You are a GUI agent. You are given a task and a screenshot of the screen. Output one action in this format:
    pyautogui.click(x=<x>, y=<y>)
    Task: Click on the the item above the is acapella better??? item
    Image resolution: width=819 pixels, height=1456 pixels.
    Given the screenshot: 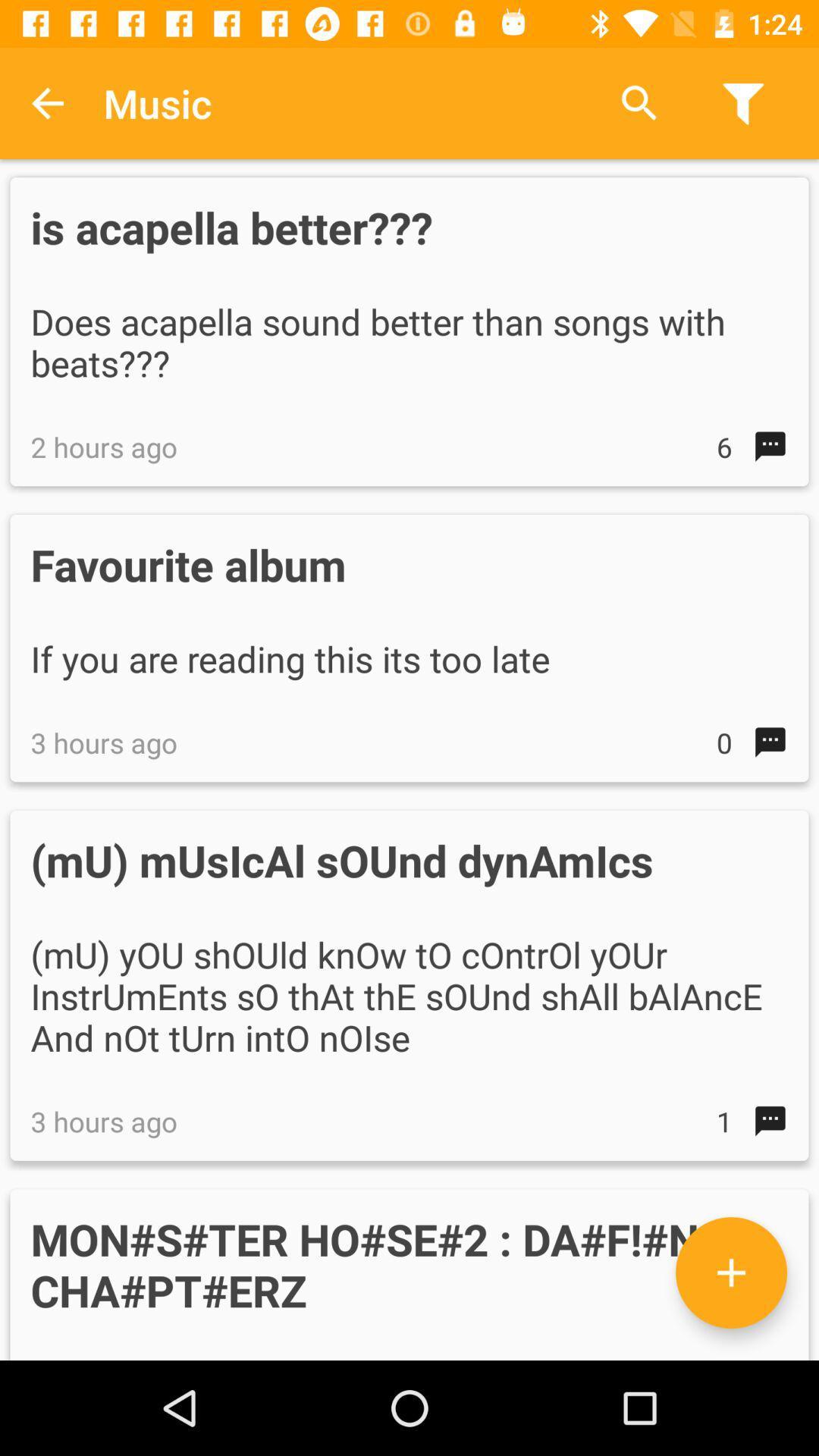 What is the action you would take?
    pyautogui.click(x=46, y=102)
    